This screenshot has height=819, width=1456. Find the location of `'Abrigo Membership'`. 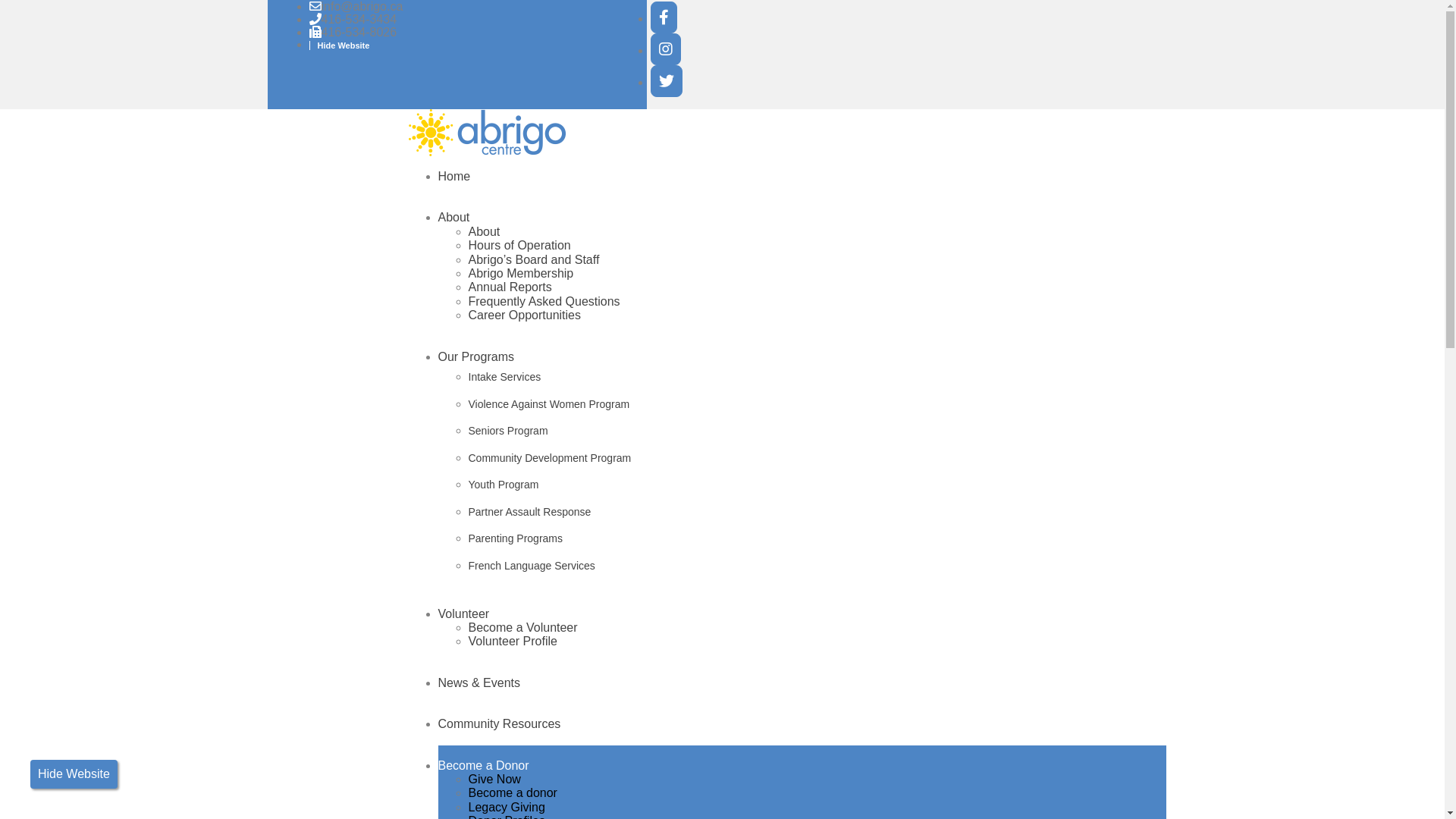

'Abrigo Membership' is located at coordinates (521, 273).